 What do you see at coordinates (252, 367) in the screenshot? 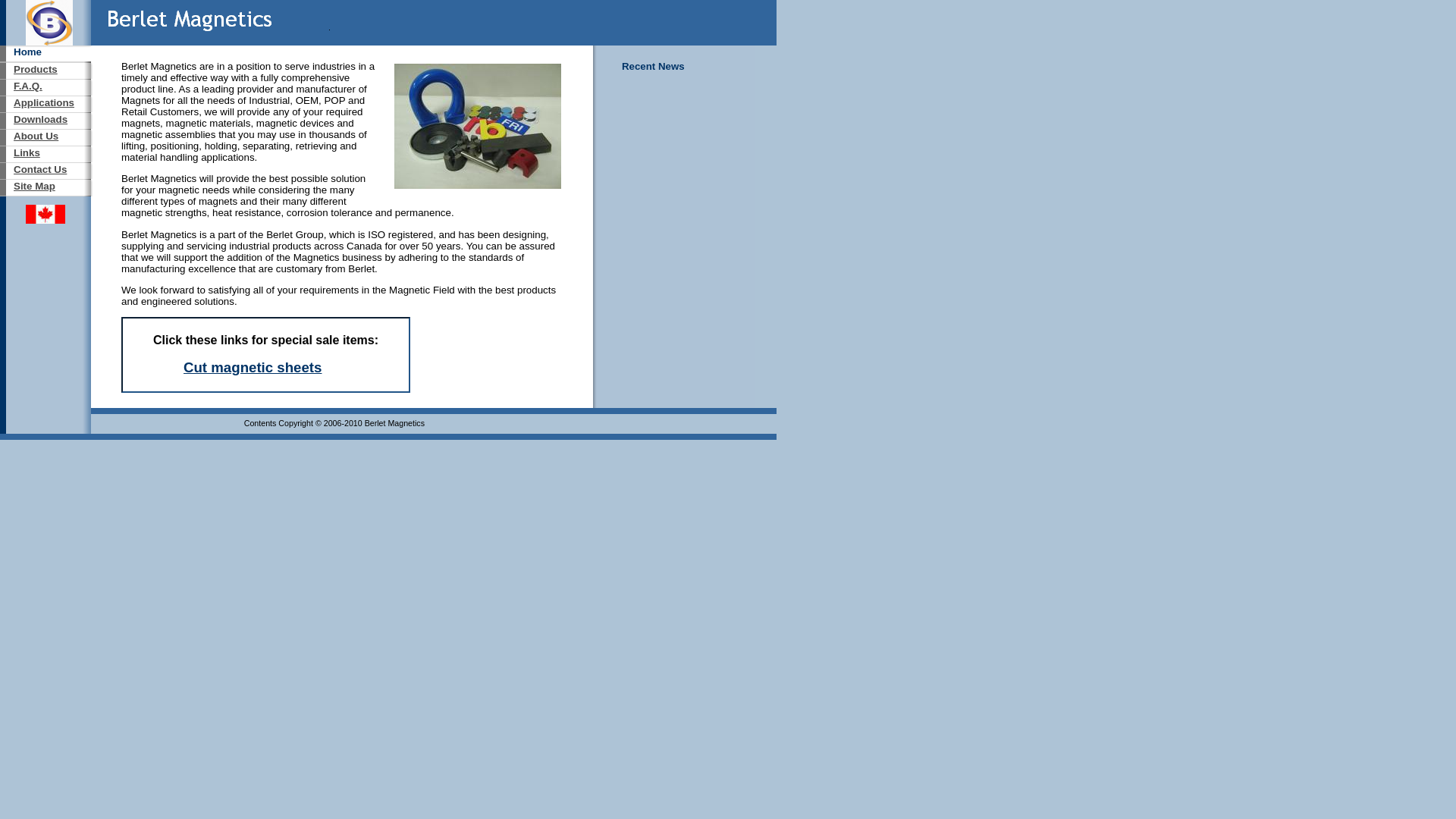
I see `'Cut magnetic sheets'` at bounding box center [252, 367].